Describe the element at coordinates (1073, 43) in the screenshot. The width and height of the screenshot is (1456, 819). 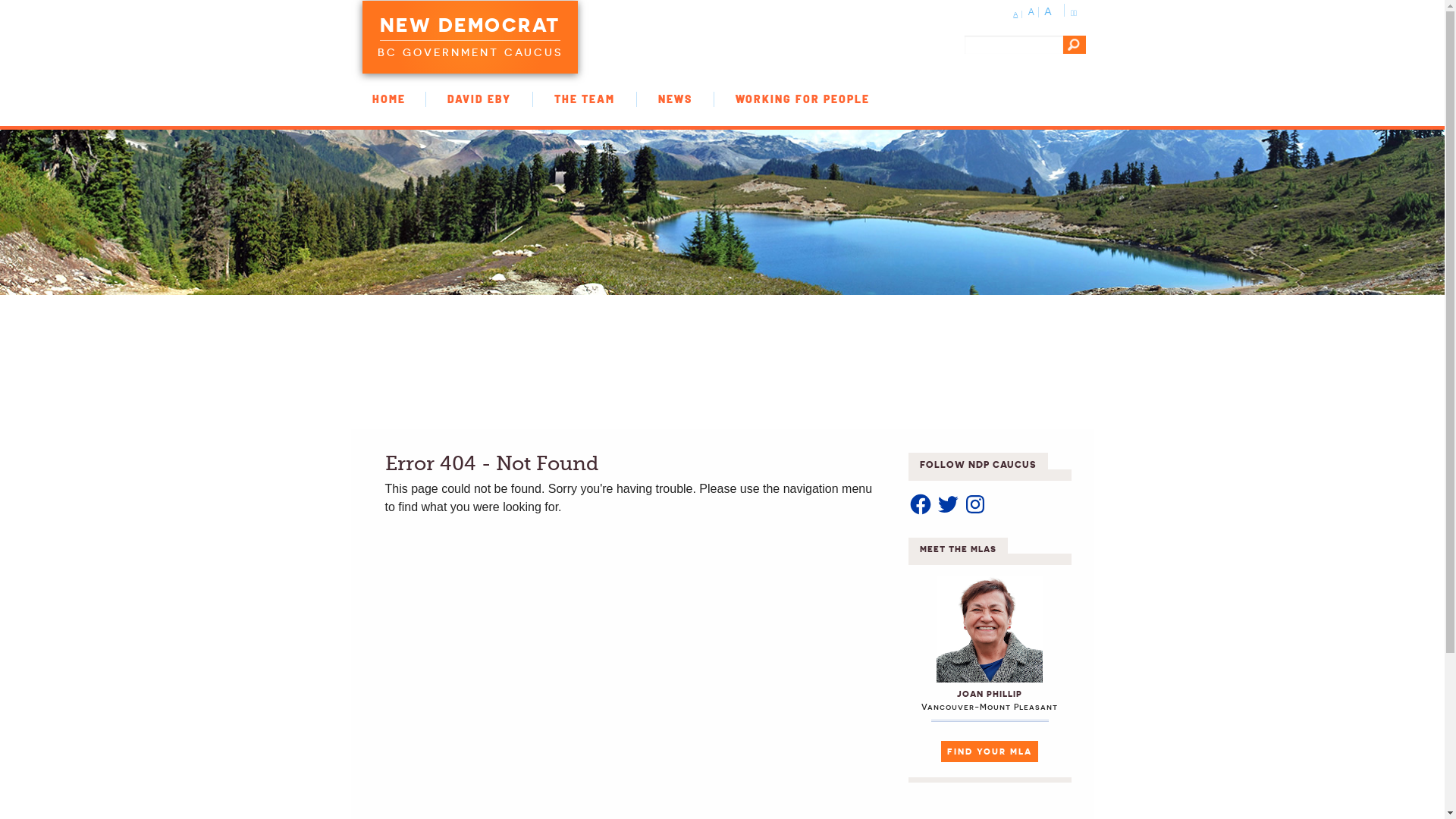
I see `'Go'` at that location.